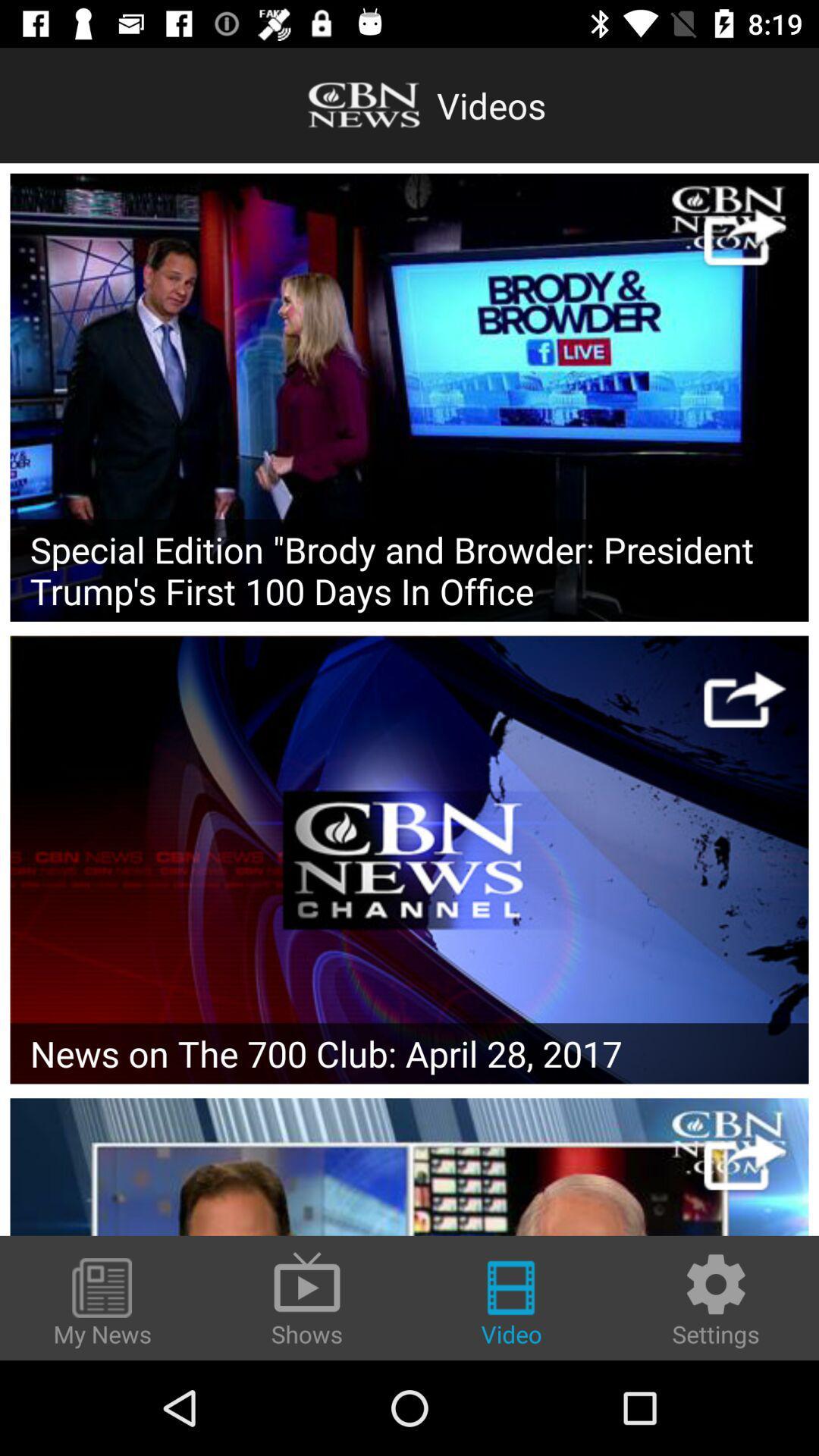 This screenshot has height=1456, width=819. I want to click on the my news icon, so click(102, 1303).